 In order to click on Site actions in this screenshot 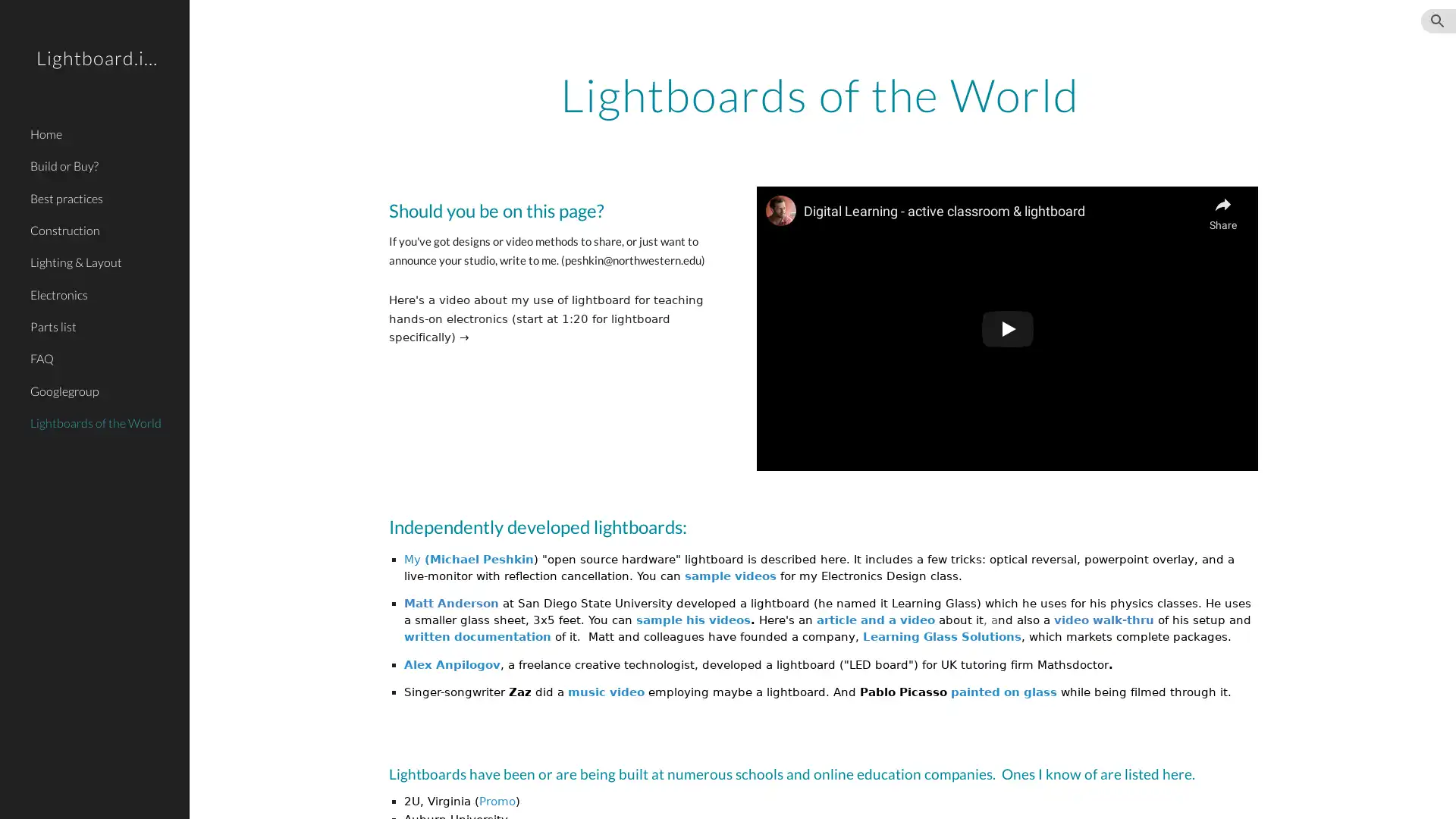, I will do `click(216, 792)`.